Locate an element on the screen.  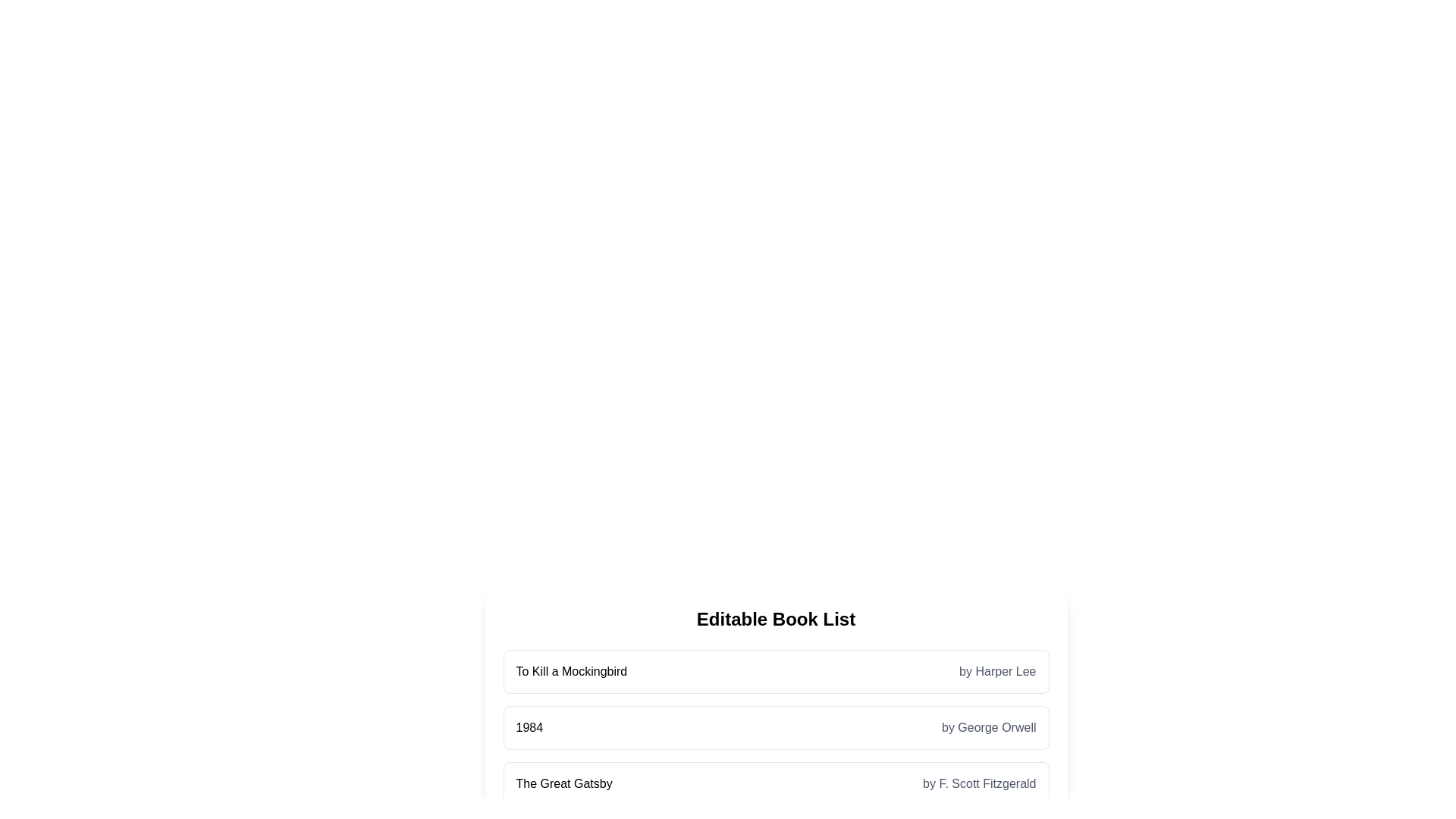
the small text block displaying 'by Harper Lee', which is styled in a muted gray color and positioned on the right side of the book record for 'To Kill a Mockingbird' is located at coordinates (997, 671).